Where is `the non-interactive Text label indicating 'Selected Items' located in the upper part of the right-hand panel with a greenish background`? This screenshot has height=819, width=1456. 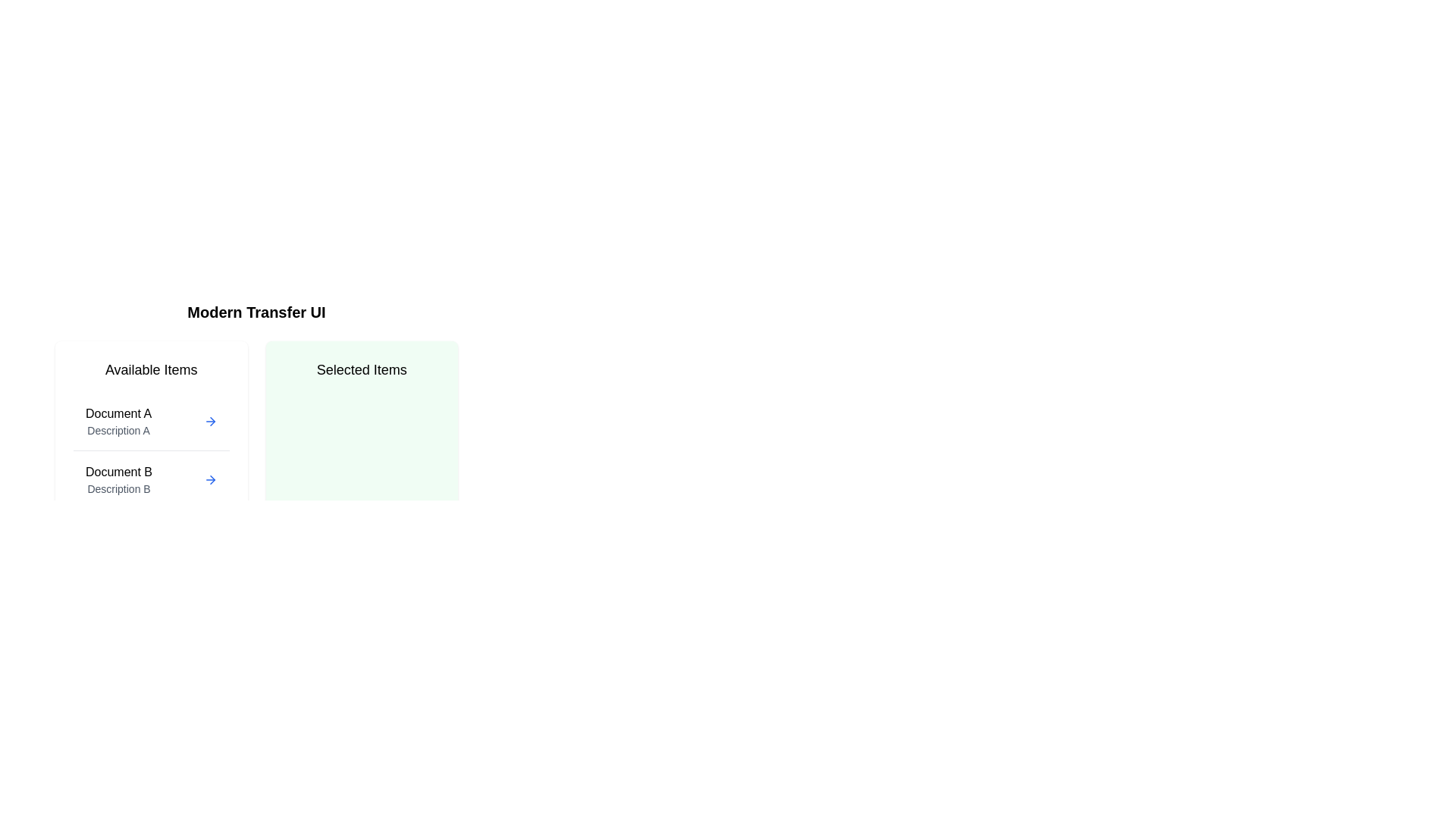 the non-interactive Text label indicating 'Selected Items' located in the upper part of the right-hand panel with a greenish background is located at coordinates (361, 370).